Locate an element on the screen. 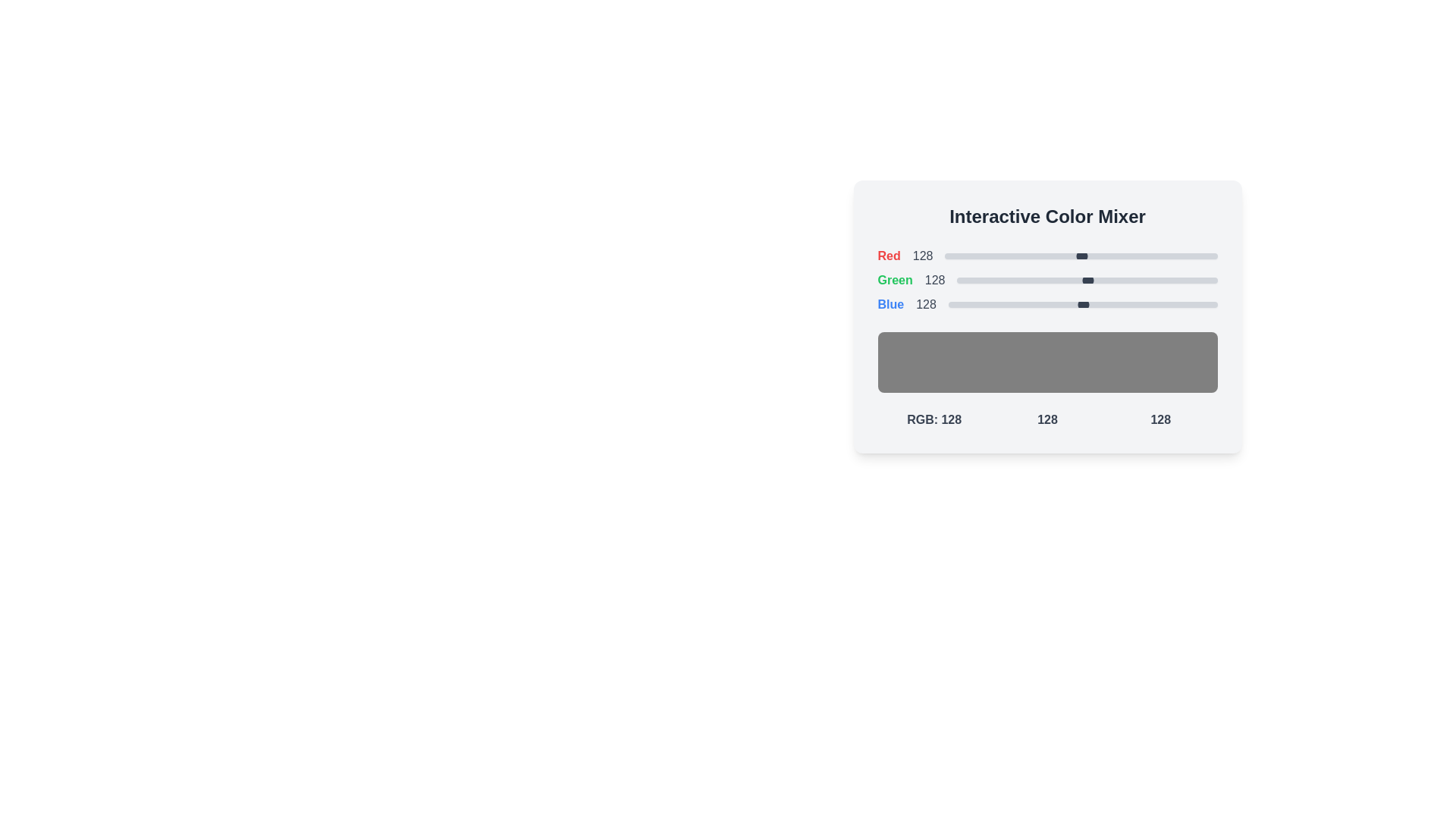 This screenshot has width=1456, height=819. the green color intensity is located at coordinates (962, 281).